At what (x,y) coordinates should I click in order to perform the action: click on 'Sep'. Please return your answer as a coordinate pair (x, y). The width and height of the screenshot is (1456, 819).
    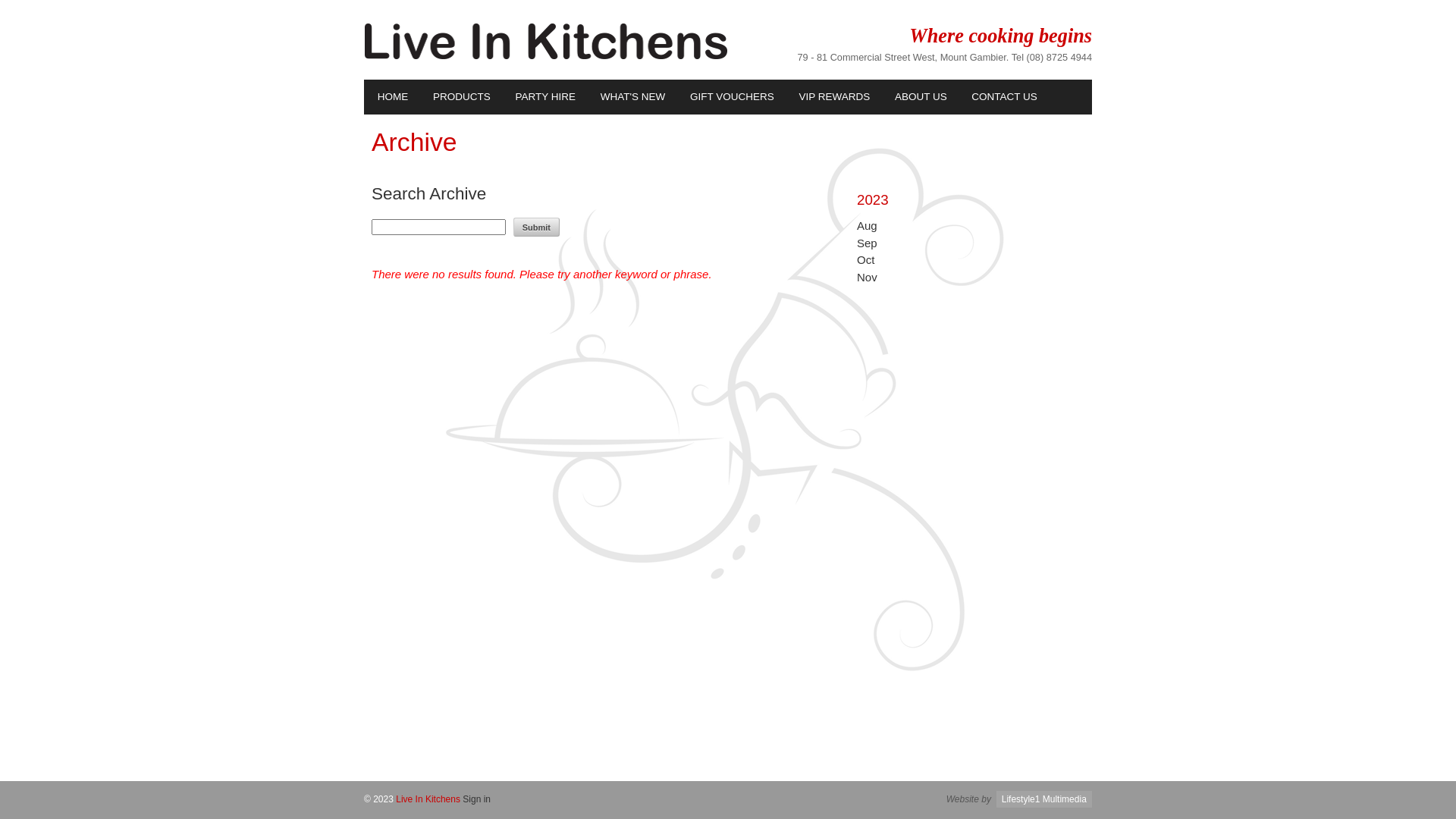
    Looking at the image, I should click on (867, 242).